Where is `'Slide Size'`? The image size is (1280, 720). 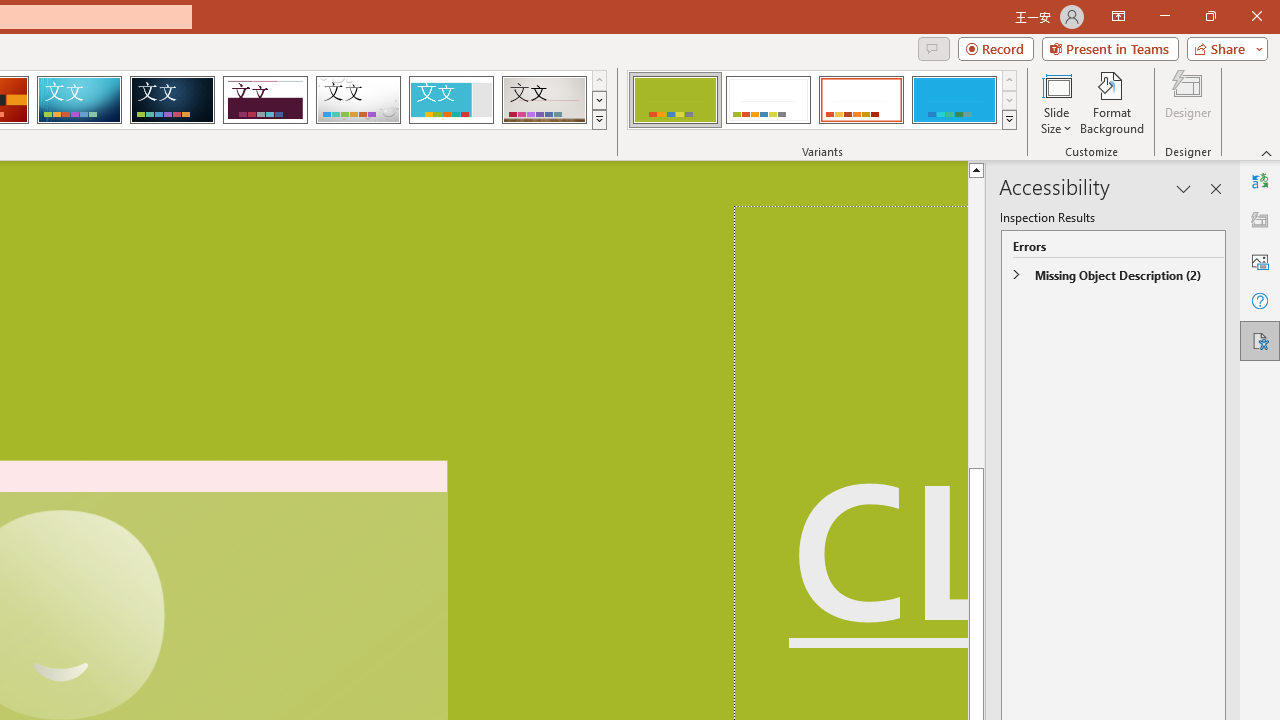 'Slide Size' is located at coordinates (1055, 103).